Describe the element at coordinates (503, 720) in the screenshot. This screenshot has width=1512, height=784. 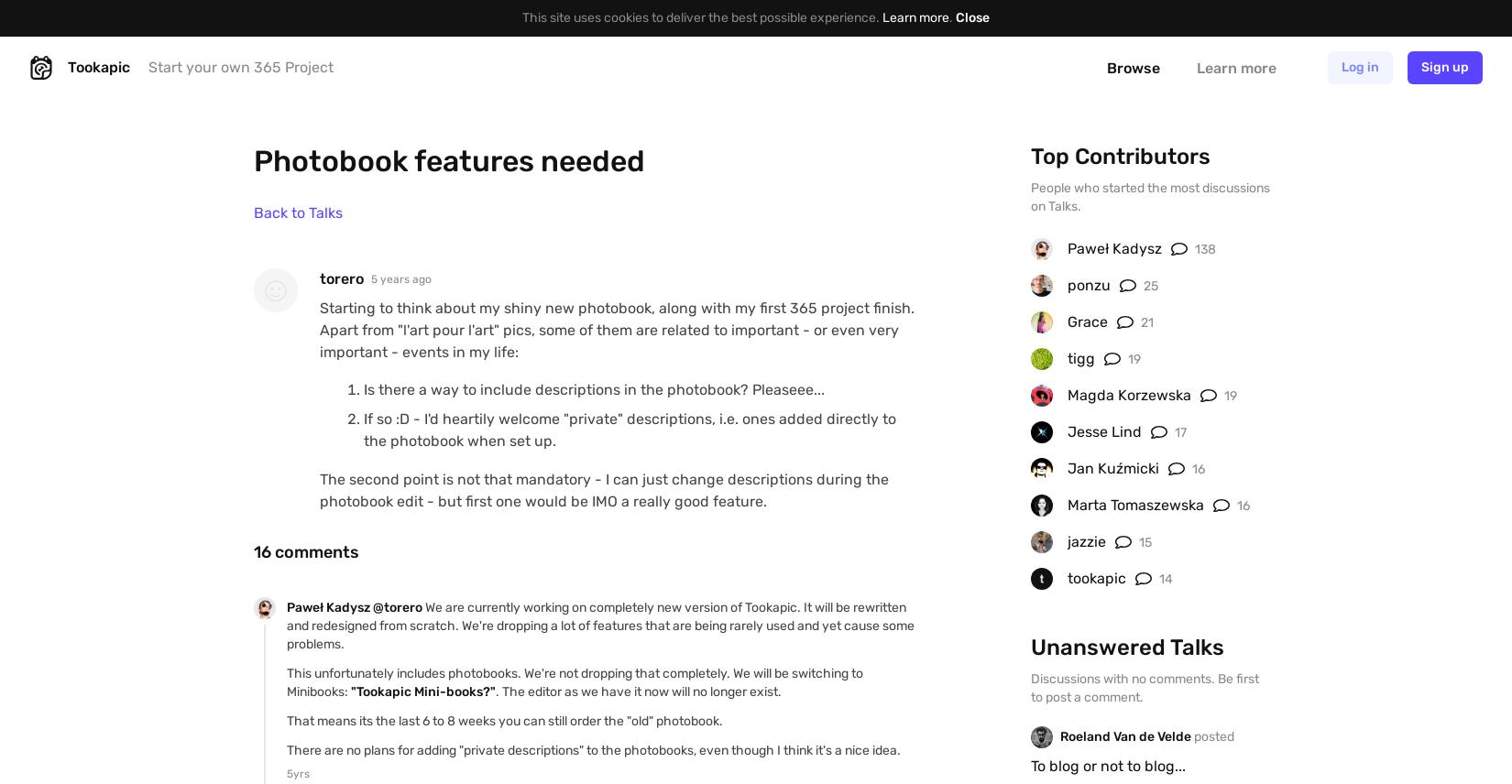
I see `'That means its the last 6 to 8 weeks you can still order the "old" photobook.'` at that location.